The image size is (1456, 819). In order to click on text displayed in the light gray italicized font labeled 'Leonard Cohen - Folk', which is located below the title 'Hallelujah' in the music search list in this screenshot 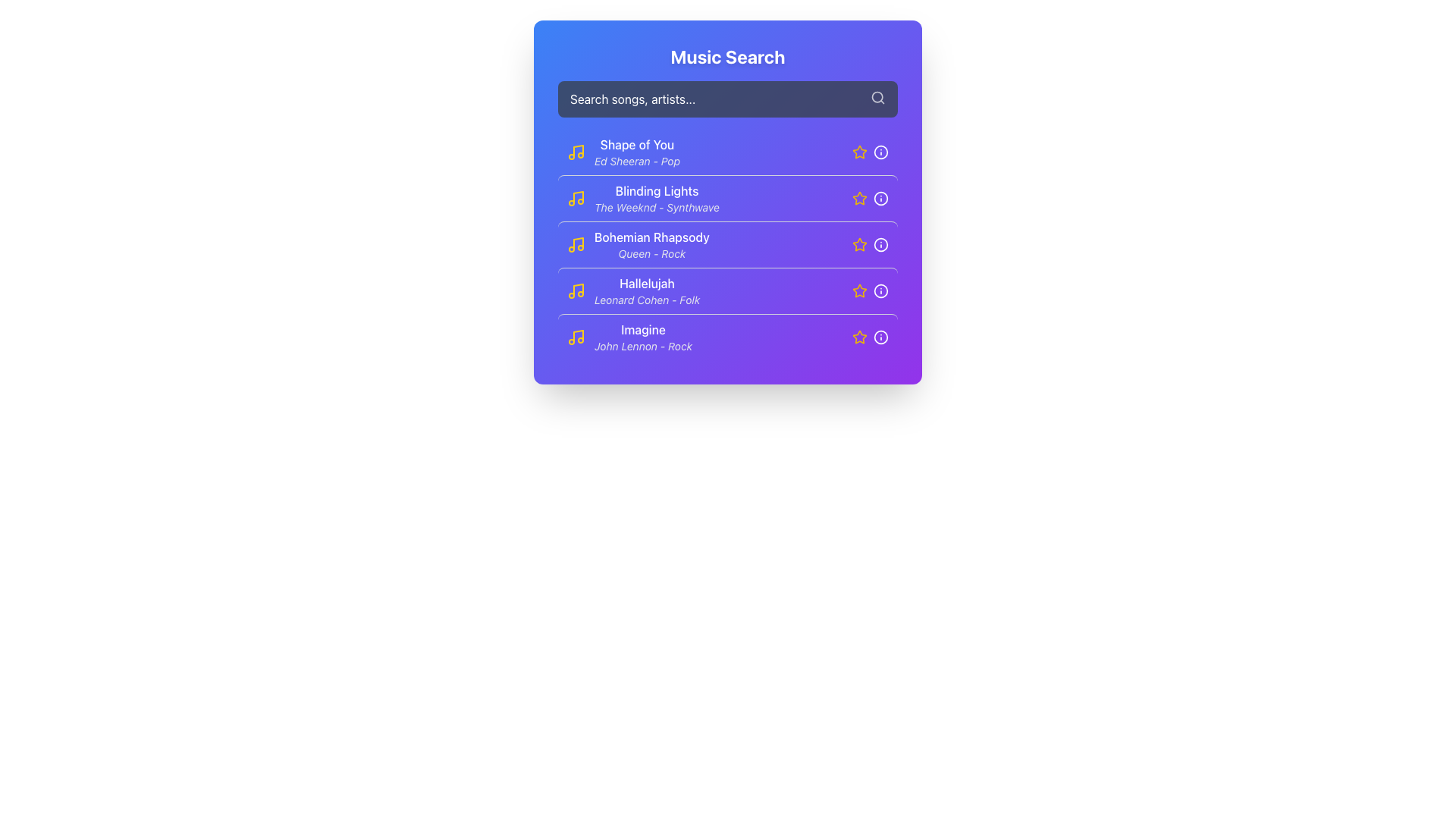, I will do `click(647, 300)`.